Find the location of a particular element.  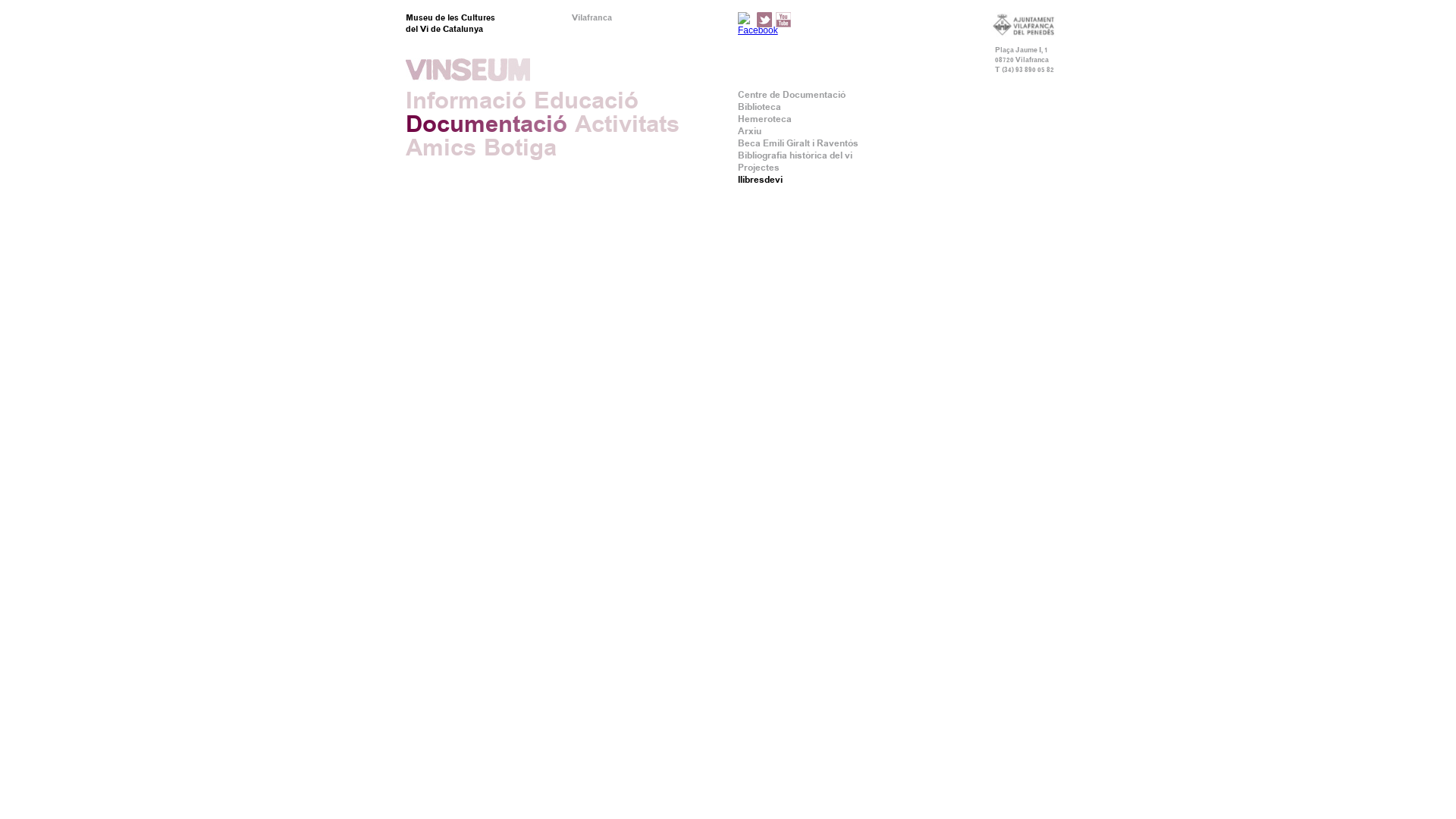

'Biblioteca' is located at coordinates (738, 106).